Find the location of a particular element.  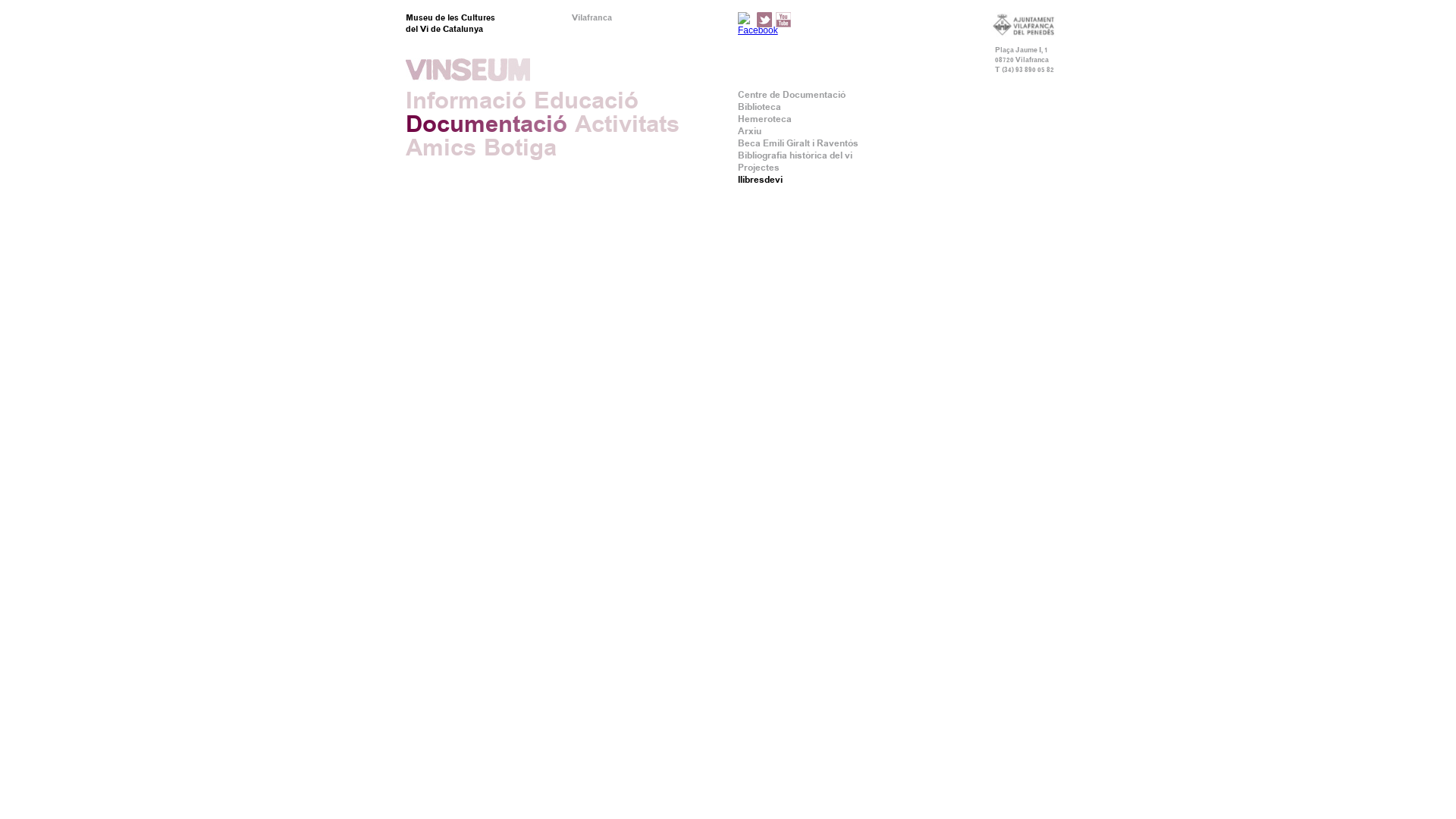

'Biblioteca' is located at coordinates (738, 106).